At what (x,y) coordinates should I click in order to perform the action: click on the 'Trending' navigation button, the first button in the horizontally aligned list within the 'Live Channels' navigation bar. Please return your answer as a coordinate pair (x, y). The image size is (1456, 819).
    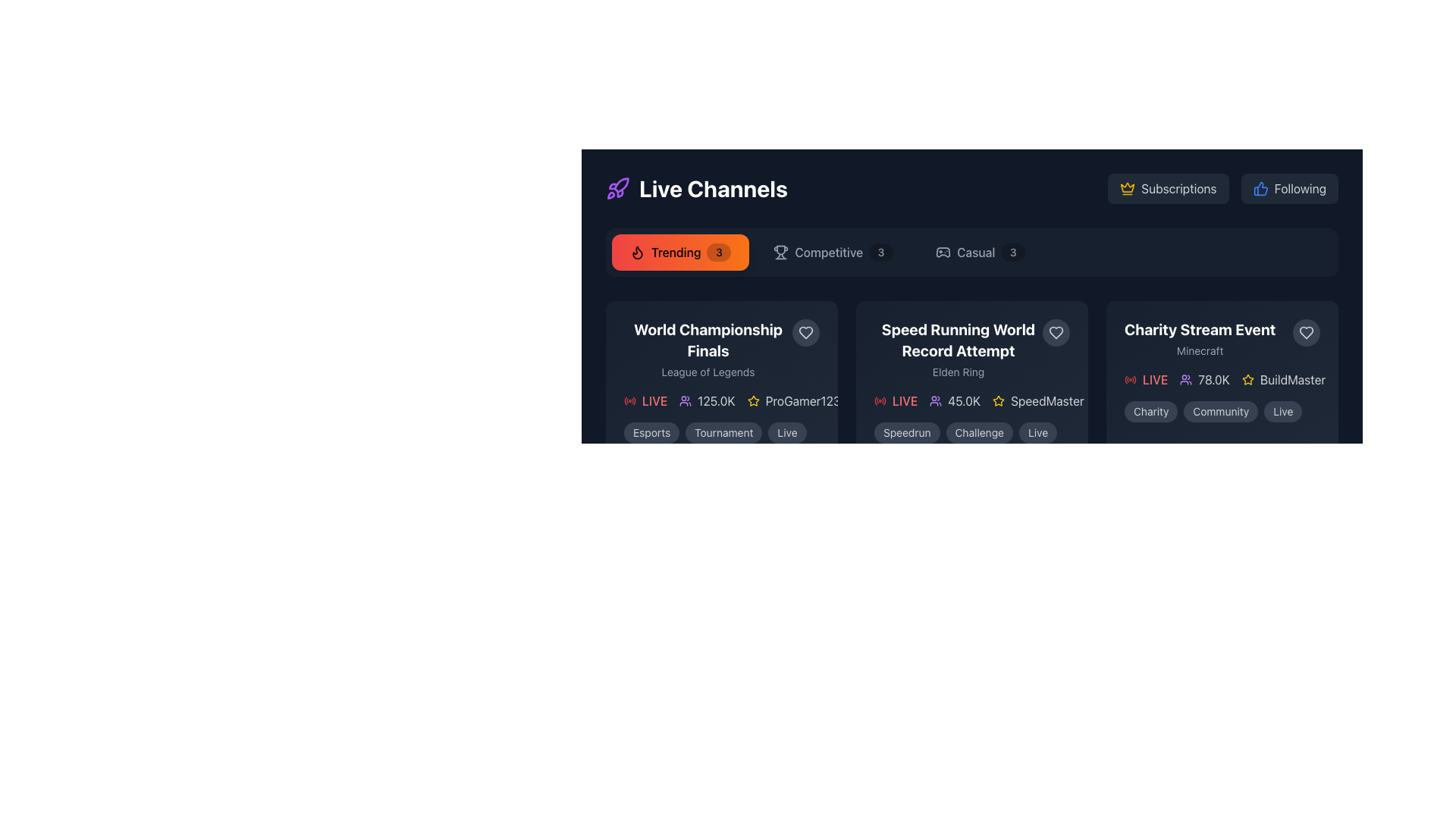
    Looking at the image, I should click on (679, 251).